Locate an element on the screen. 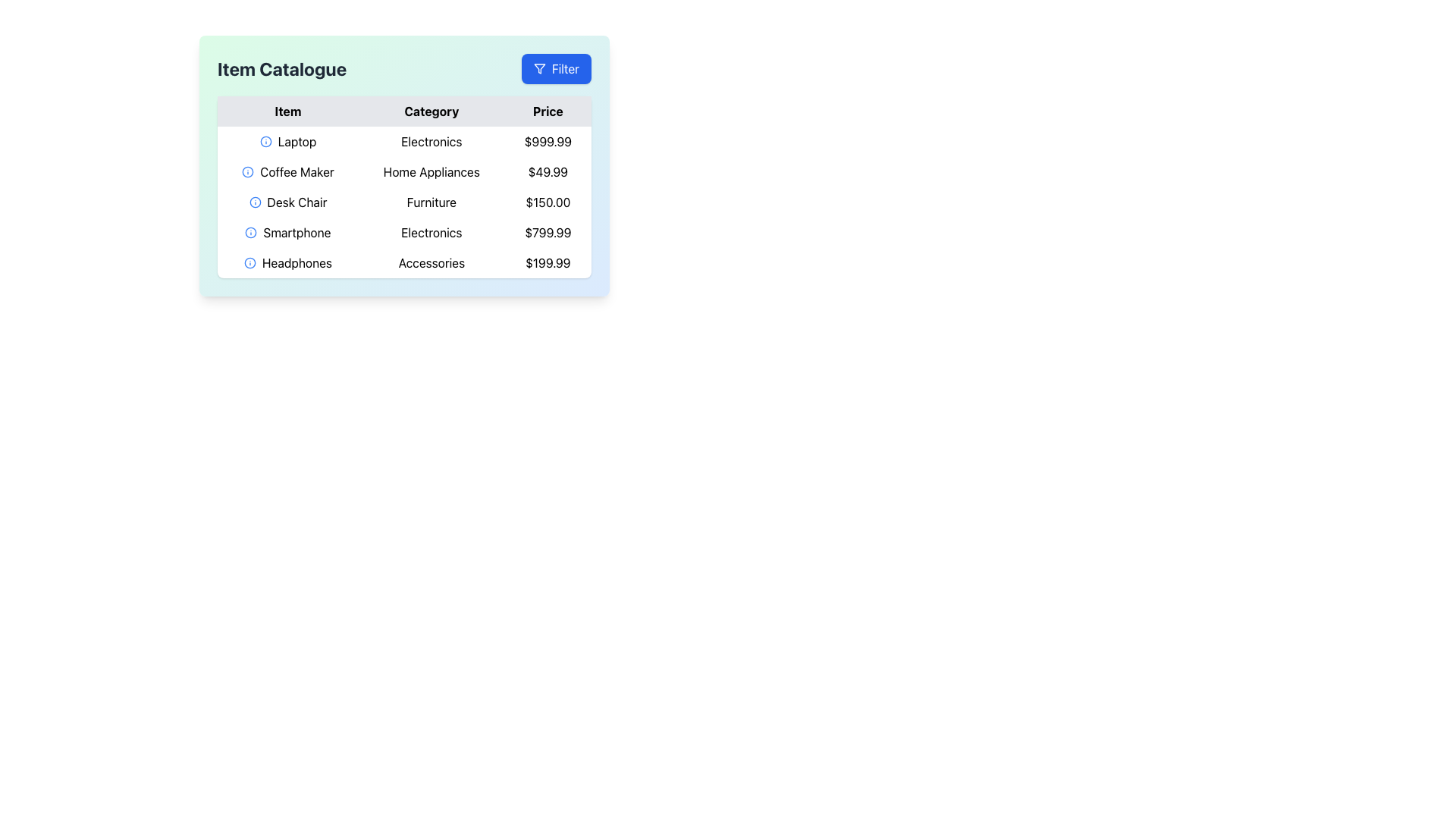 The height and width of the screenshot is (819, 1456). the SVG Circle of the 'info' icon located in the second row of the table, aligned with the text 'Coffee Maker' is located at coordinates (248, 171).